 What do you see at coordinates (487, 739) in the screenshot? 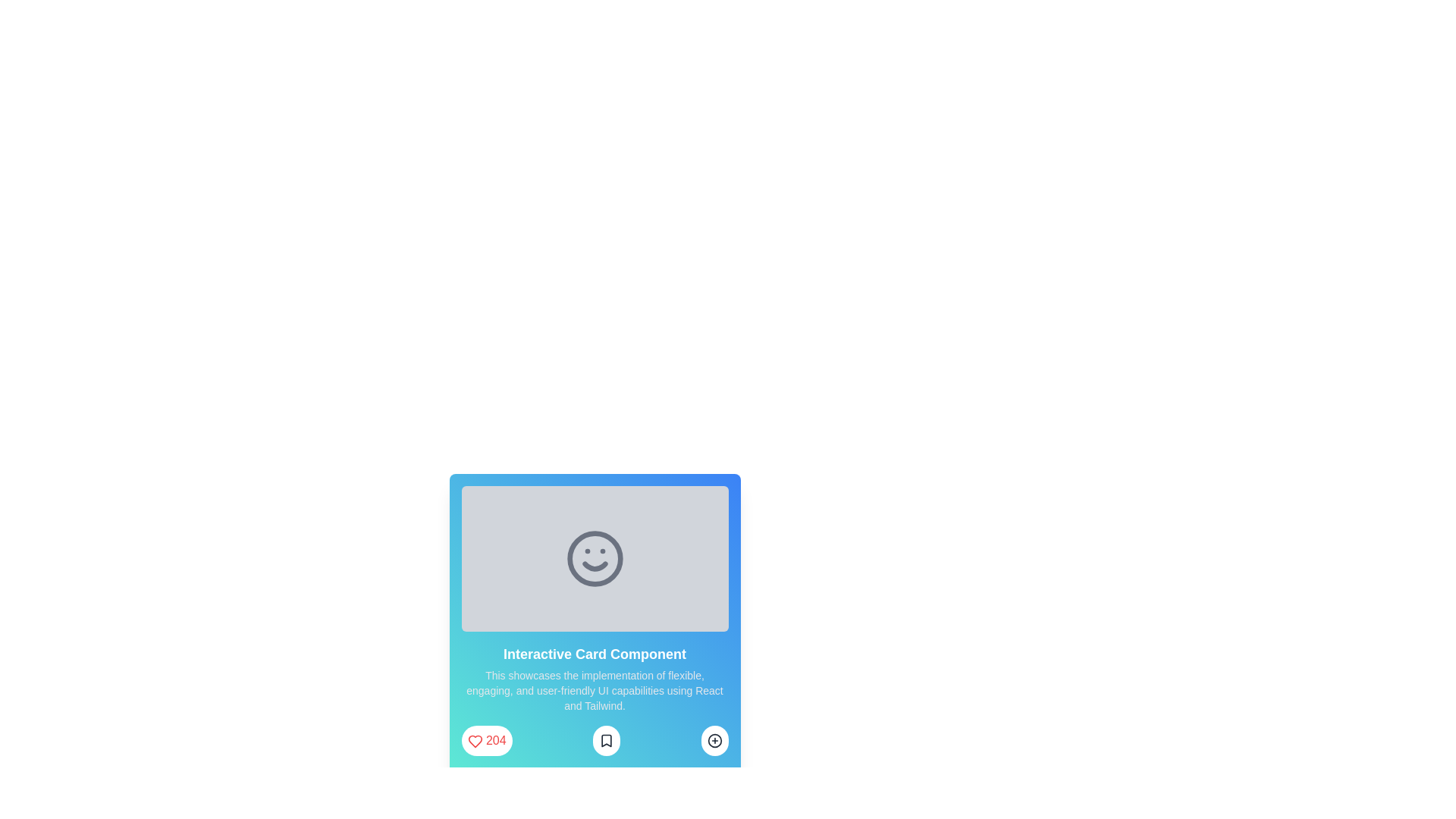
I see `the rounded button with a white background and red text that has a red heart icon and the number '204' to like` at bounding box center [487, 739].